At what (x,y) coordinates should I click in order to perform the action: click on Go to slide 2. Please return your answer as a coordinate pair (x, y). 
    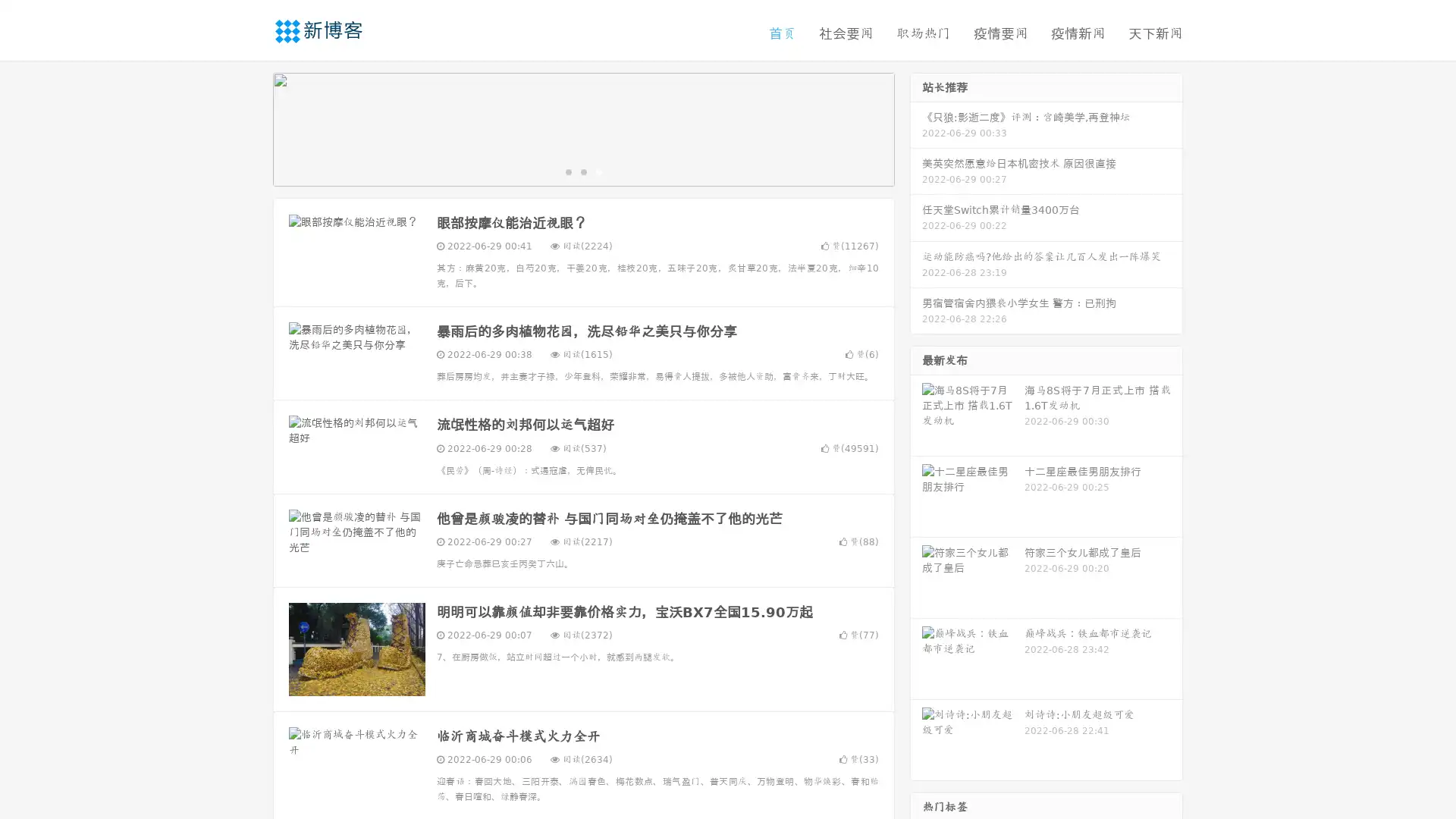
    Looking at the image, I should click on (582, 171).